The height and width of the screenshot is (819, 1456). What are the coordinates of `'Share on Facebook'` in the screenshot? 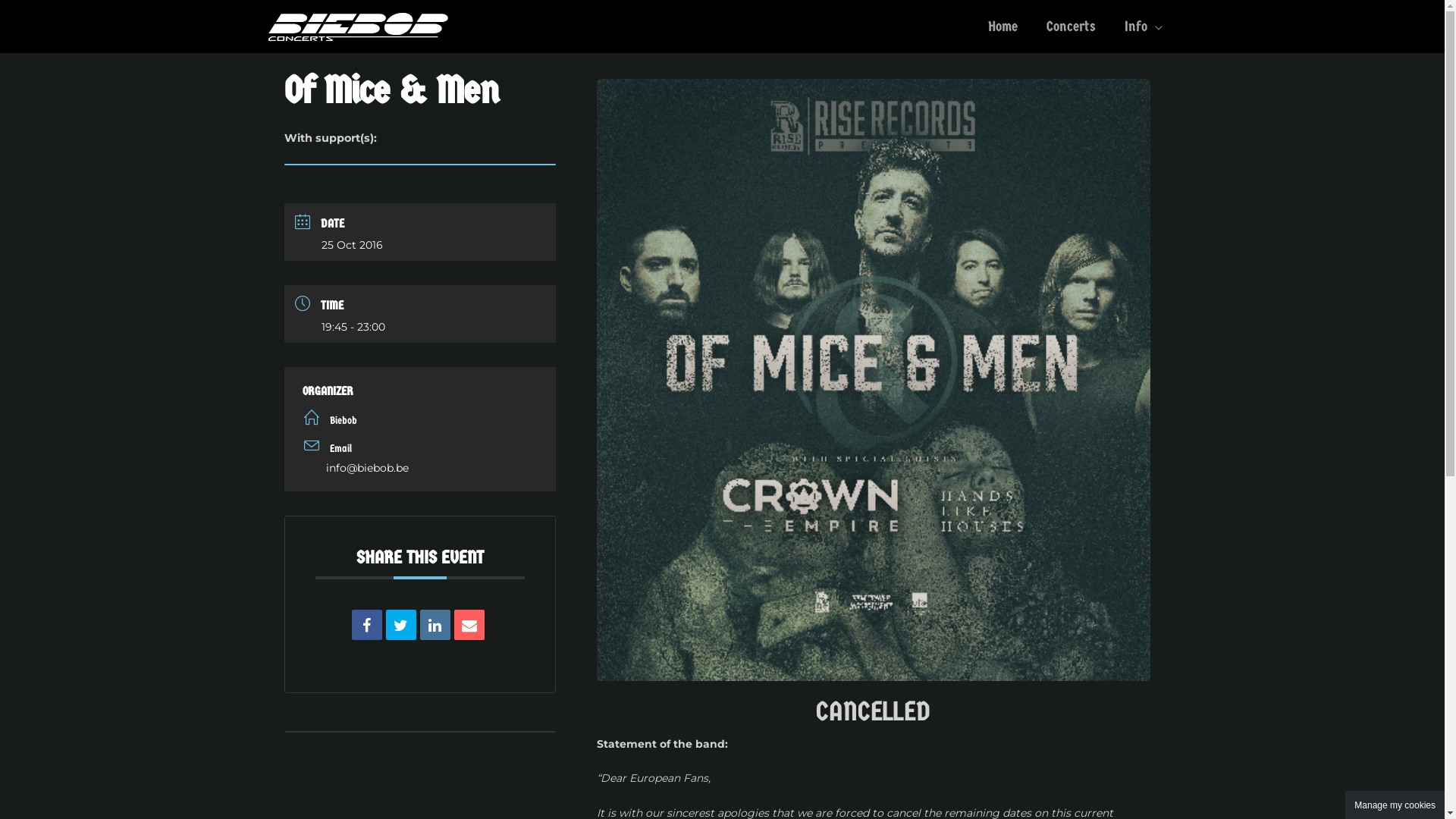 It's located at (367, 625).